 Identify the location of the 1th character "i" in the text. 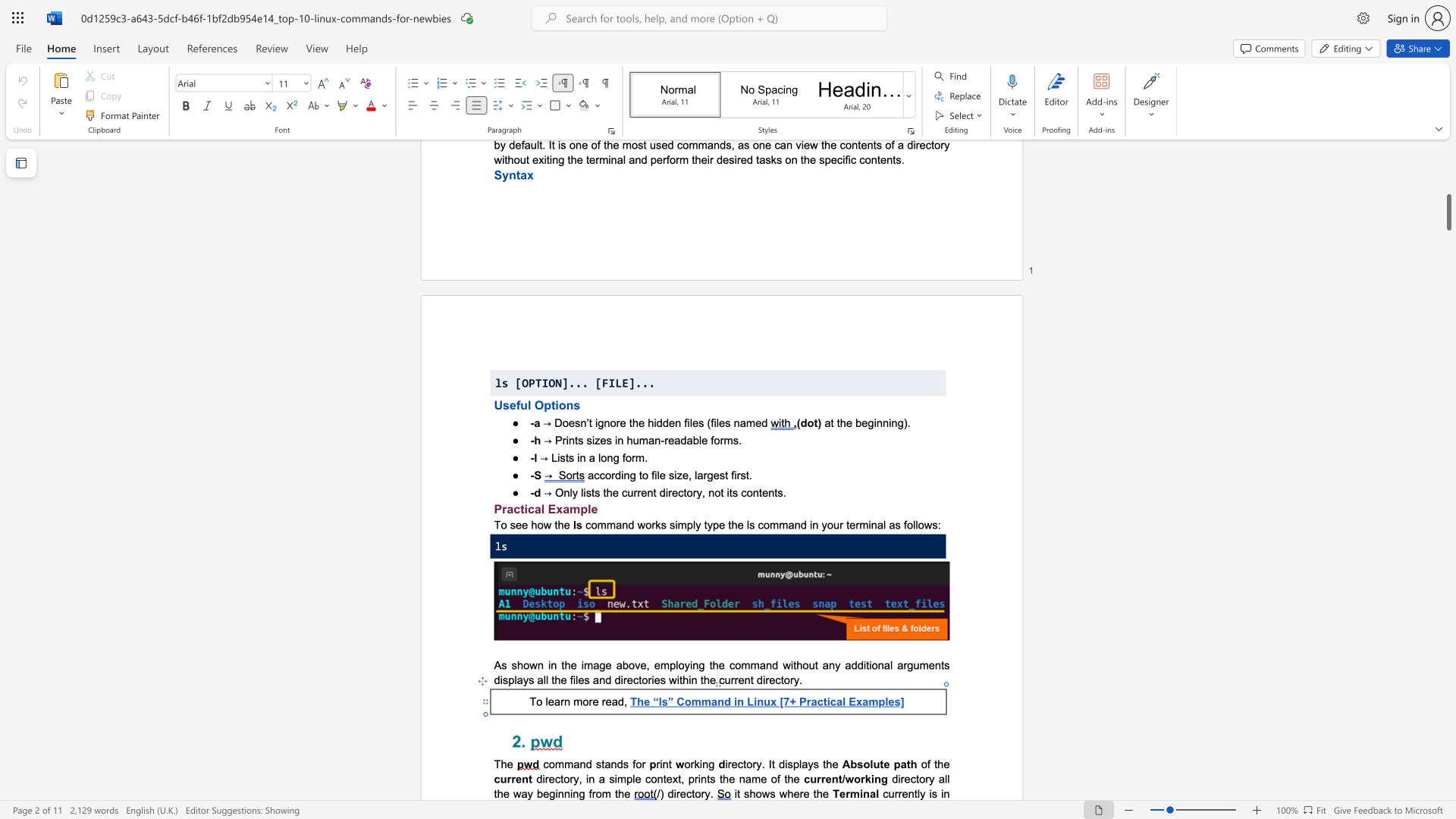
(674, 792).